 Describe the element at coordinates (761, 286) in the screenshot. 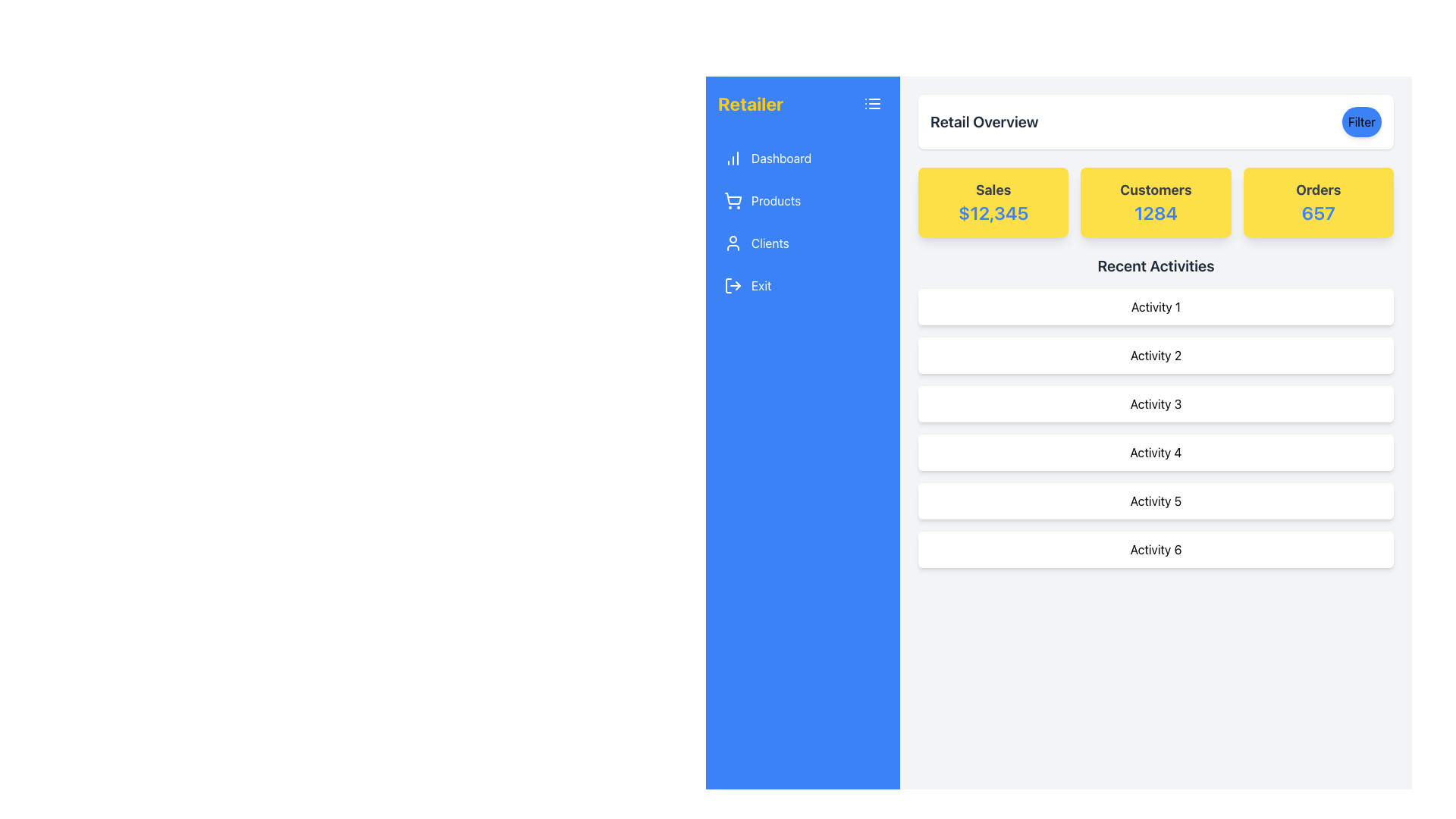

I see `the blue 'Exit' button located in the vertical side navigation bar, which is the last item in the menu list` at that location.